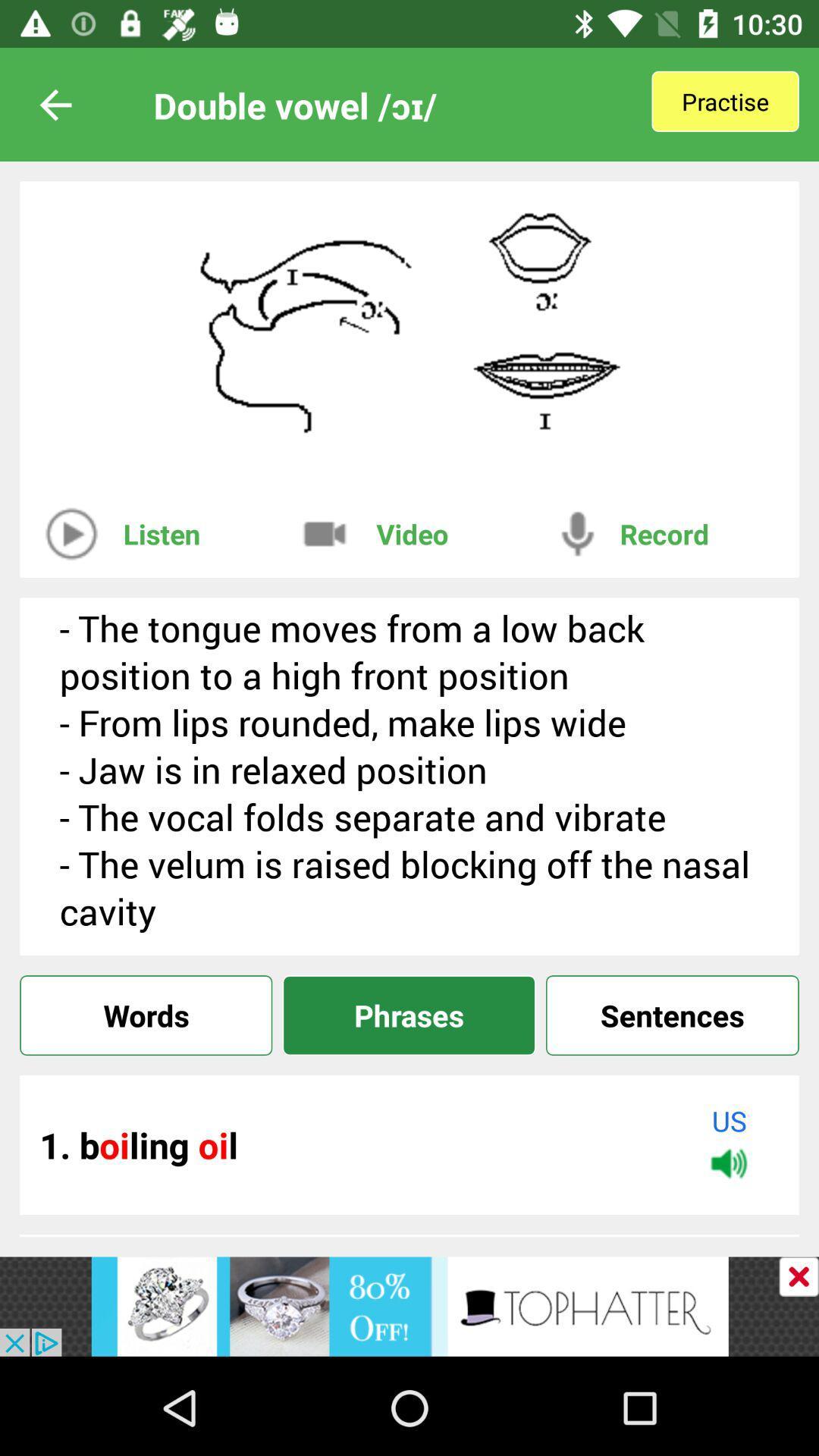  Describe the element at coordinates (798, 1276) in the screenshot. I see `advertisement` at that location.